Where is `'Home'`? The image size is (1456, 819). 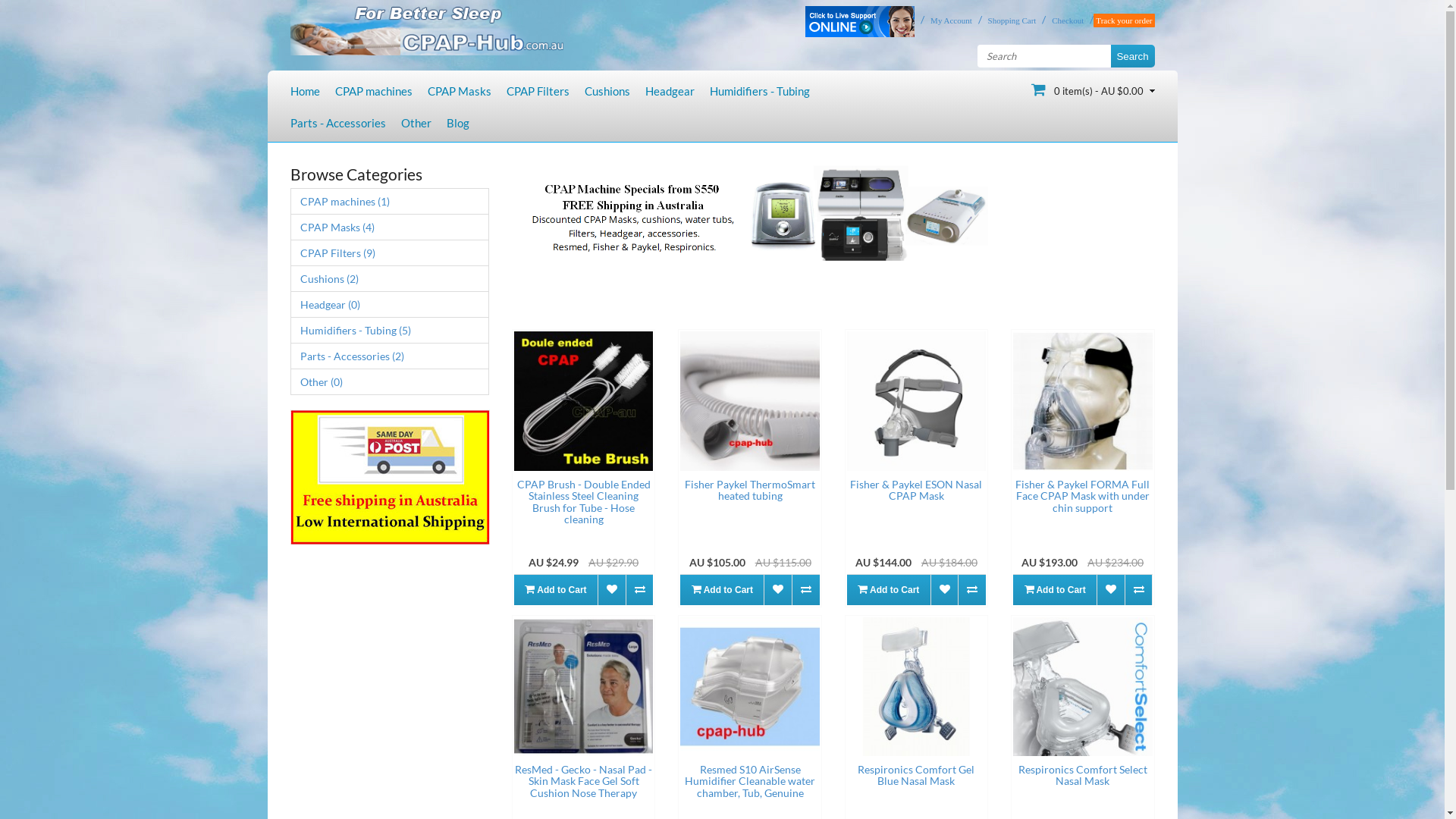
'Home' is located at coordinates (303, 90).